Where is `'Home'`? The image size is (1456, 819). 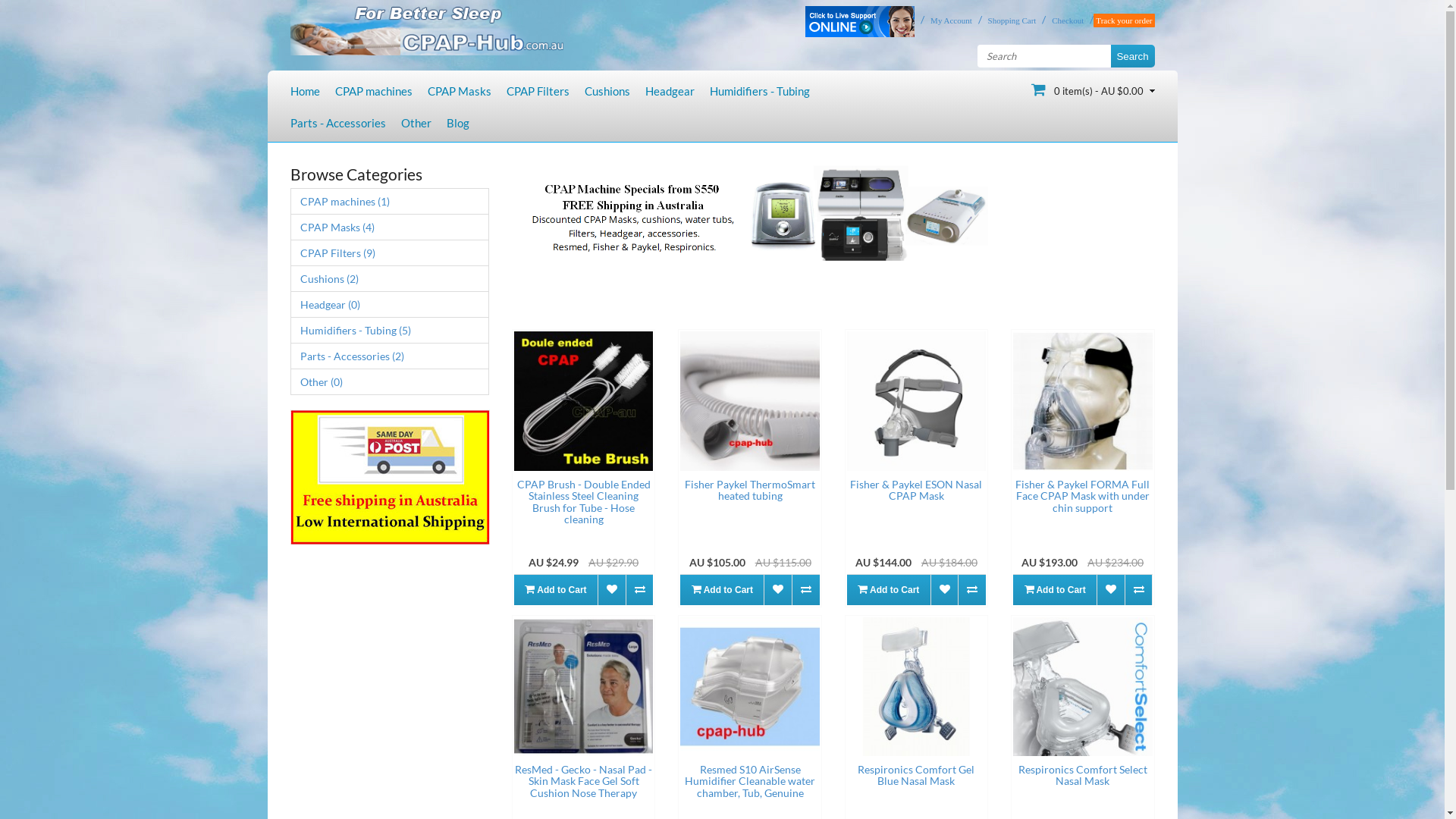
'Home' is located at coordinates (303, 90).